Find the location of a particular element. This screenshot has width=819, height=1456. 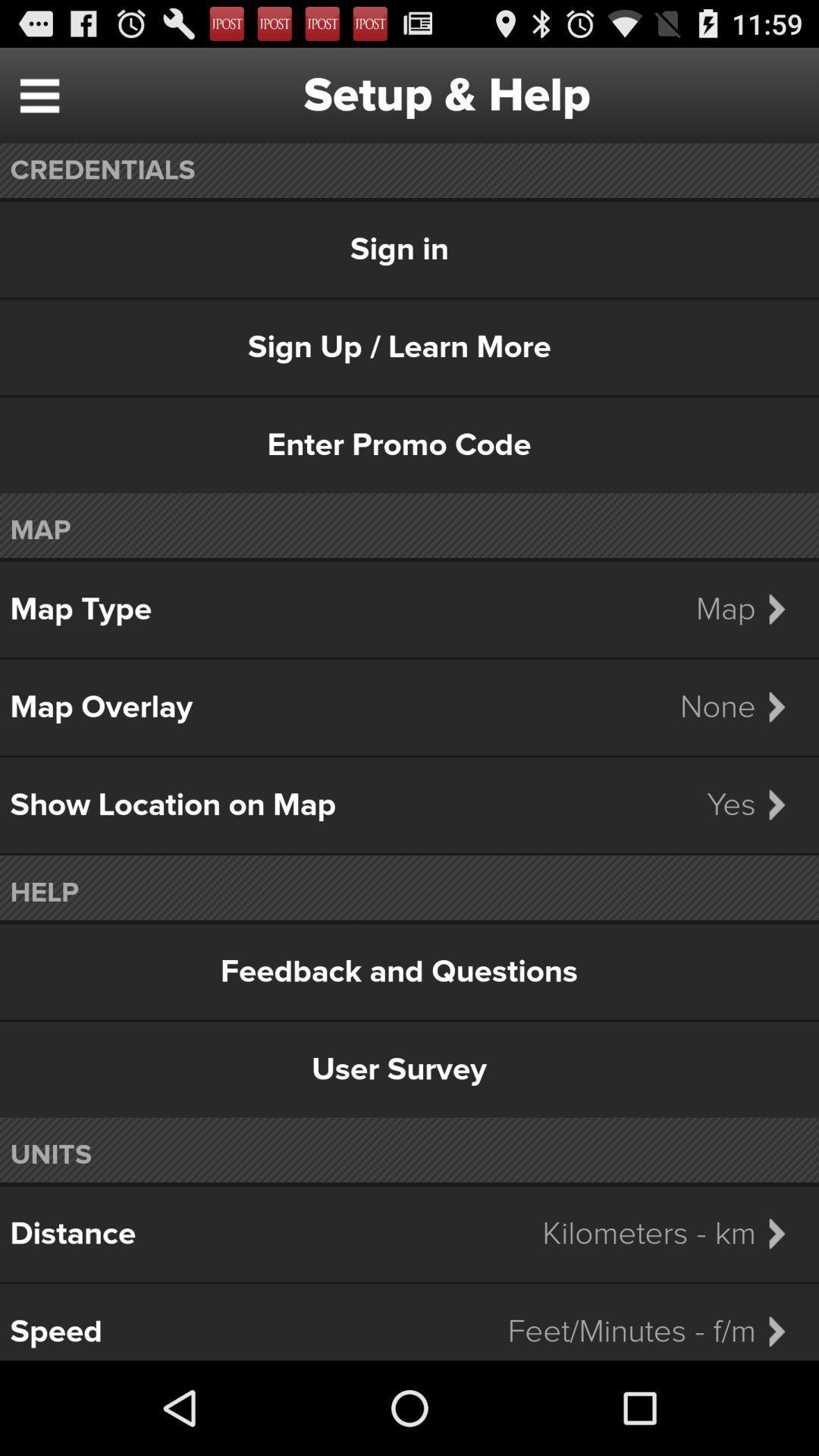

the item above the map icon is located at coordinates (409, 444).